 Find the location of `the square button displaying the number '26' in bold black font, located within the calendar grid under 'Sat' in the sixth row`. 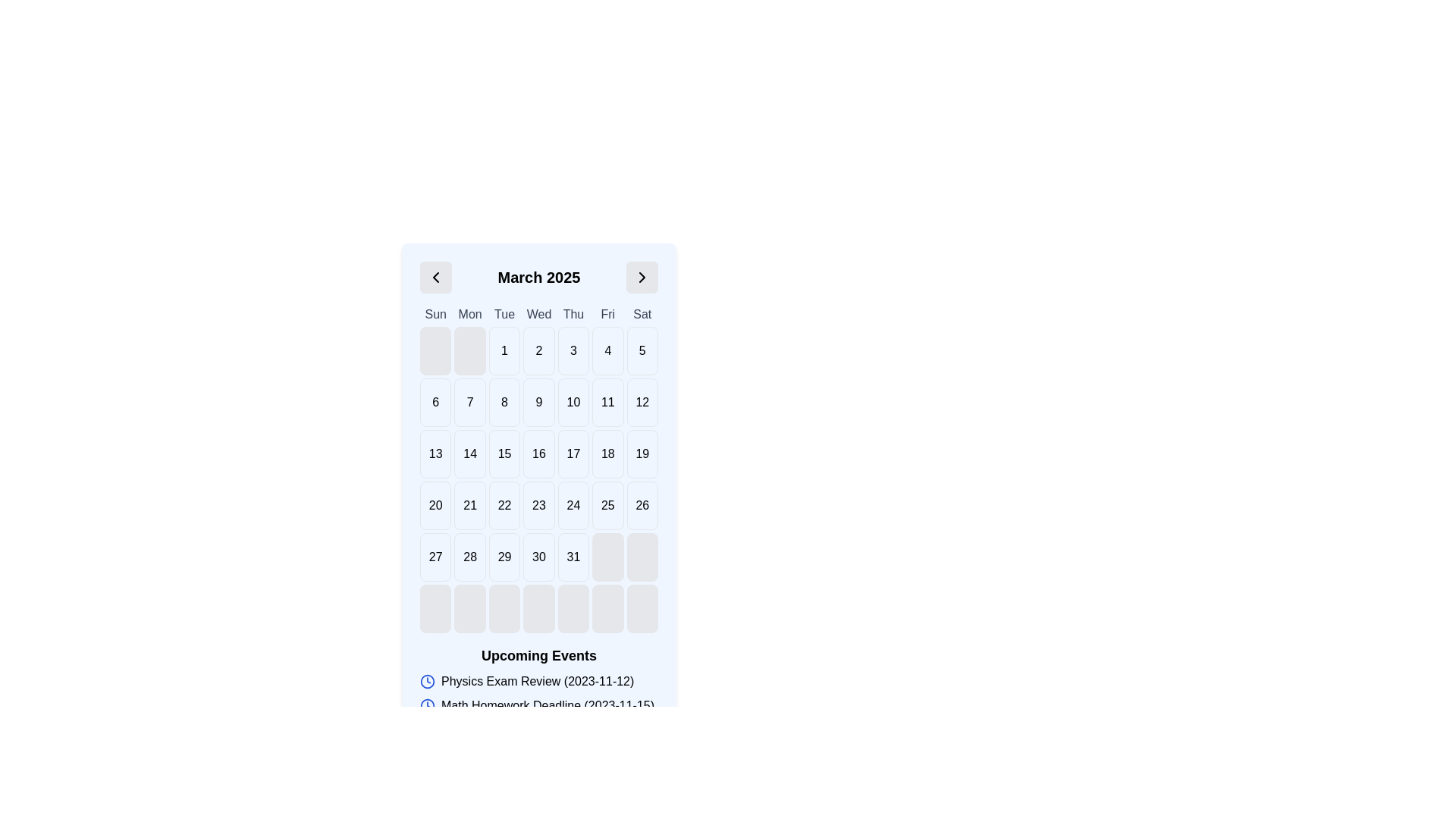

the square button displaying the number '26' in bold black font, located within the calendar grid under 'Sat' in the sixth row is located at coordinates (642, 506).